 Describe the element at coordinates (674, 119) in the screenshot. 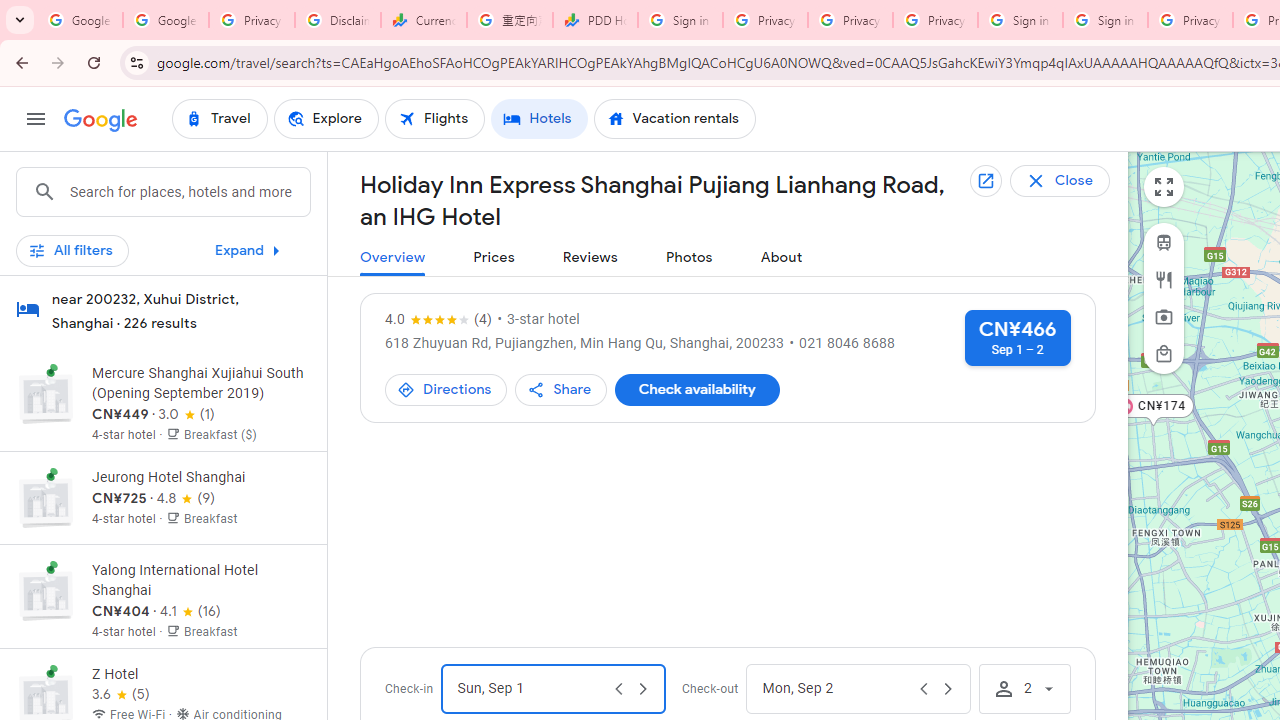

I see `'Vacation rentals'` at that location.